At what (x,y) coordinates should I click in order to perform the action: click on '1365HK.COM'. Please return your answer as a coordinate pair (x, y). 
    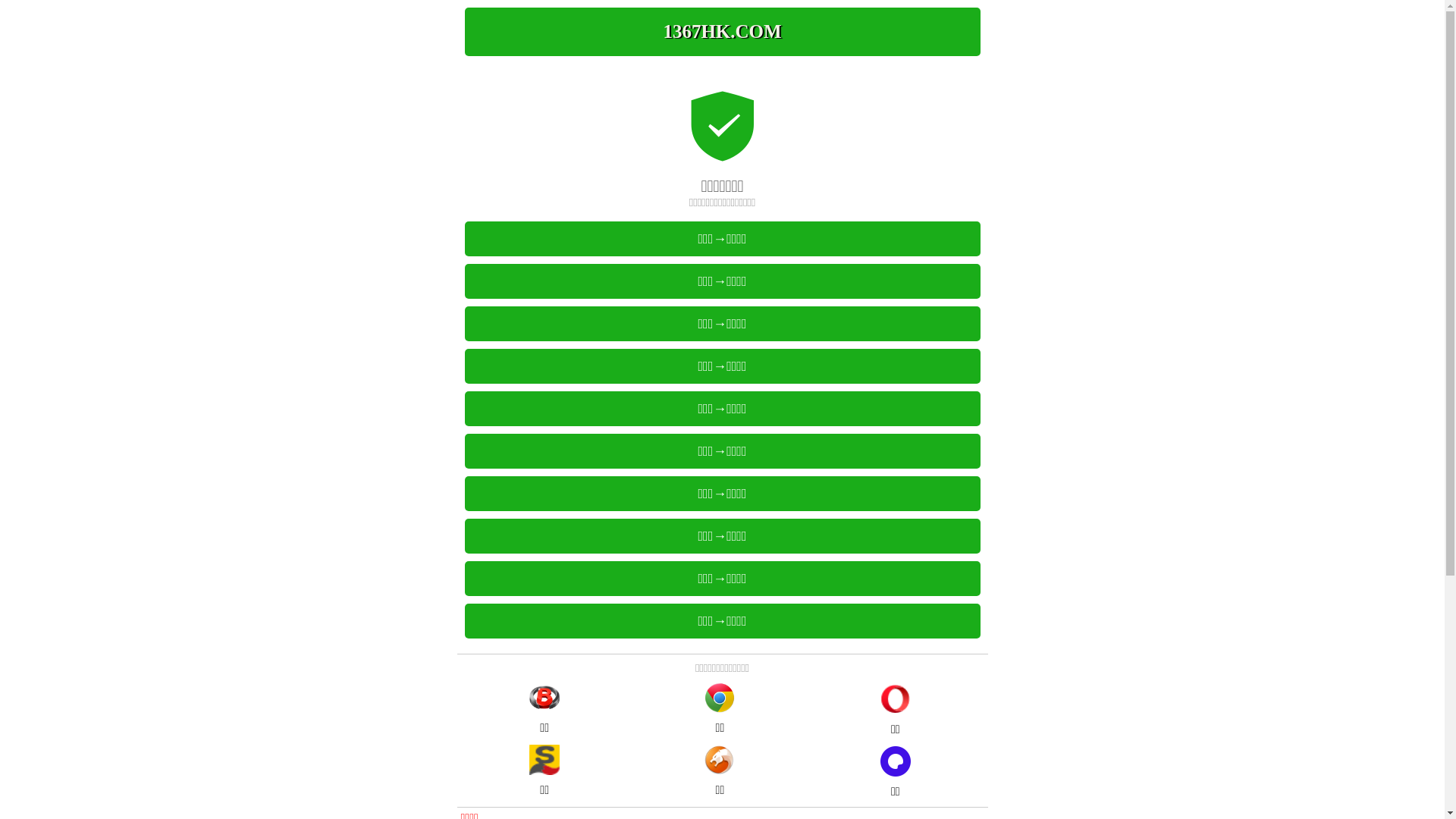
    Looking at the image, I should click on (720, 32).